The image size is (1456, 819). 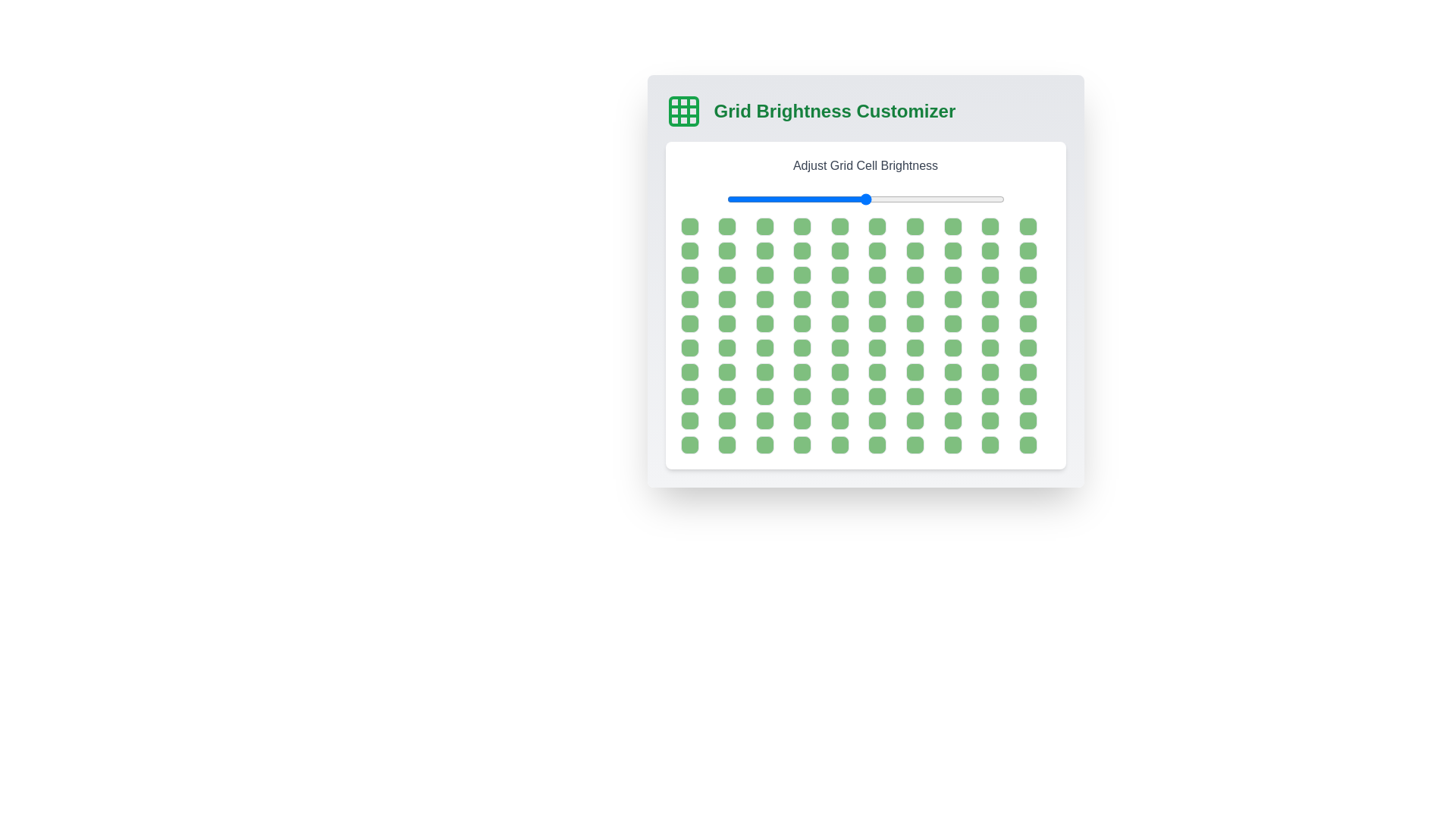 What do you see at coordinates (934, 198) in the screenshot?
I see `the brightness slider to 75%` at bounding box center [934, 198].